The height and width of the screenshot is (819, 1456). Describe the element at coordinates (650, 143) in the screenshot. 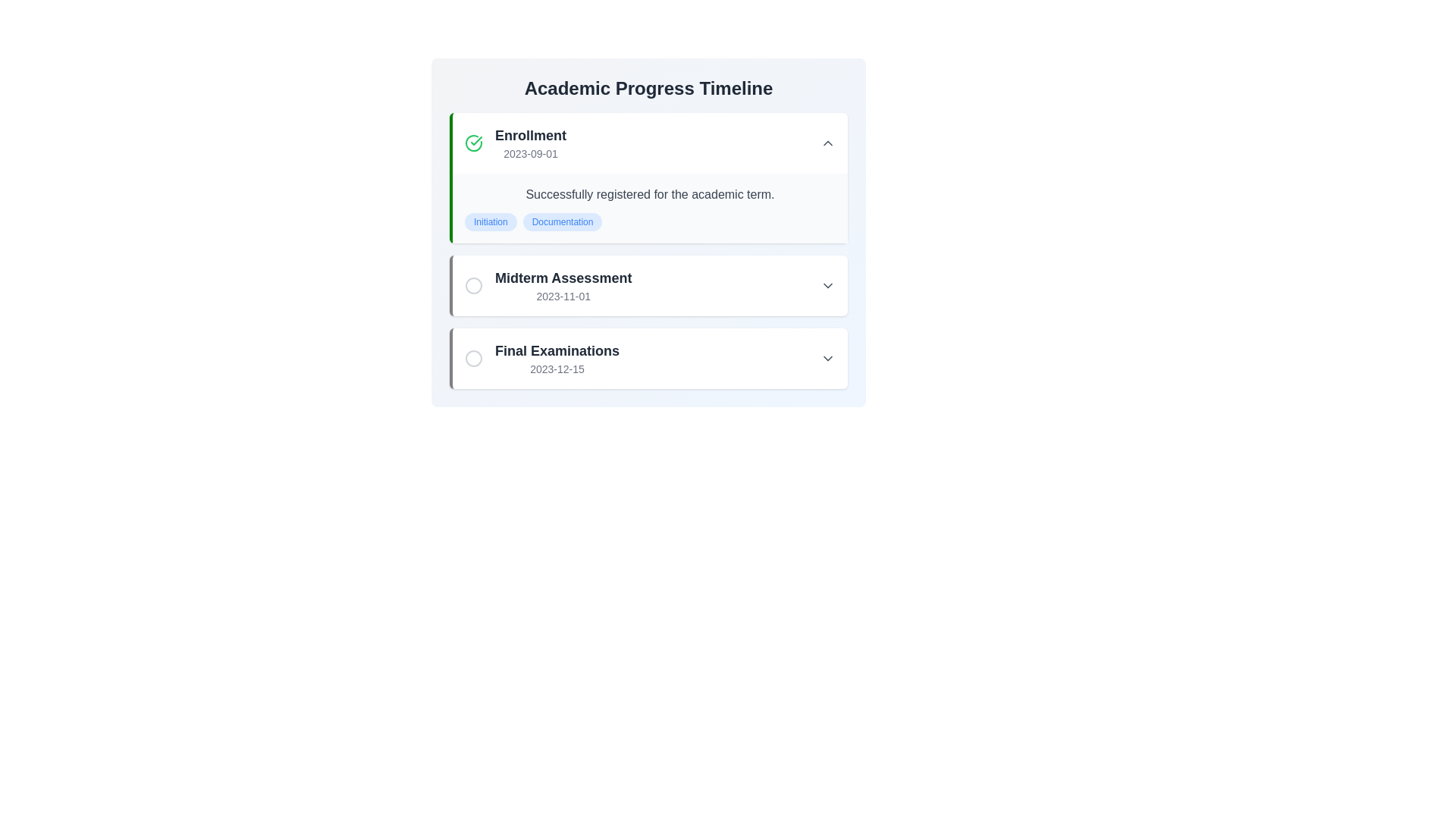

I see `the button-like element representing the 'Enrollment' phase of the academic process` at that location.